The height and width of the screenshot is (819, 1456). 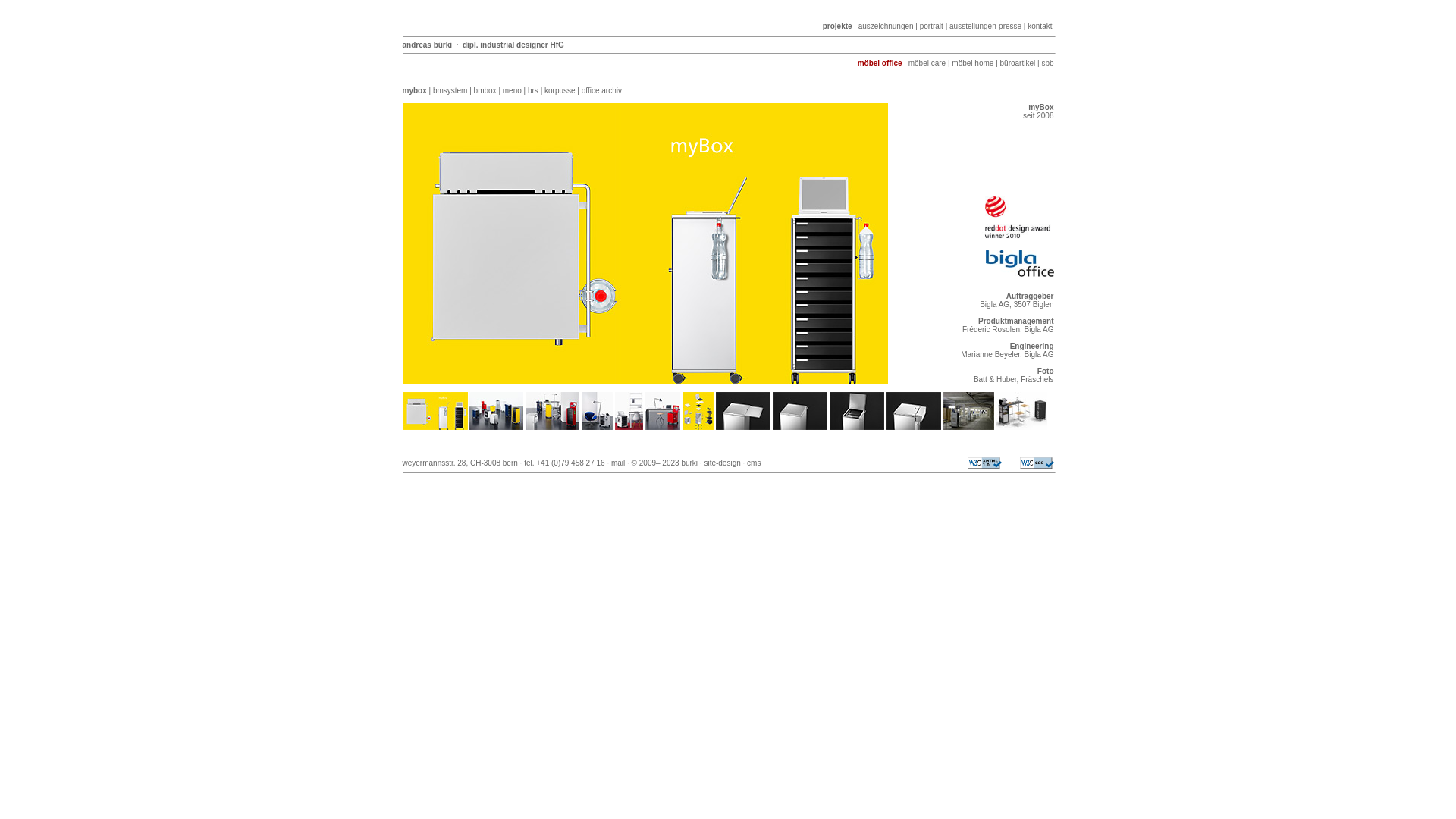 What do you see at coordinates (559, 90) in the screenshot?
I see `'korpusse'` at bounding box center [559, 90].